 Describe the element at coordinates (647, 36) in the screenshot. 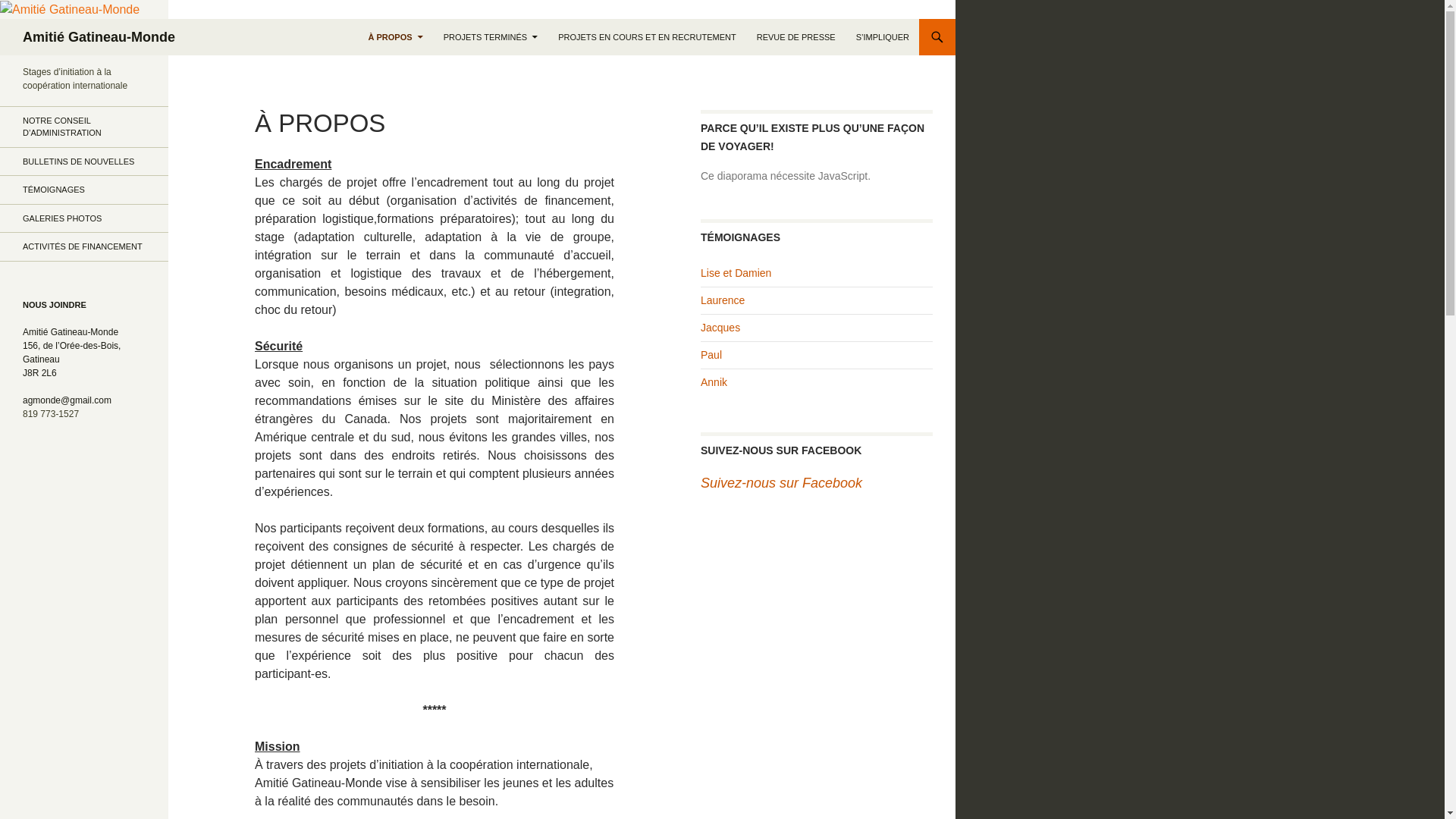

I see `'PROJETS EN COURS ET EN RECRUTEMENT'` at that location.